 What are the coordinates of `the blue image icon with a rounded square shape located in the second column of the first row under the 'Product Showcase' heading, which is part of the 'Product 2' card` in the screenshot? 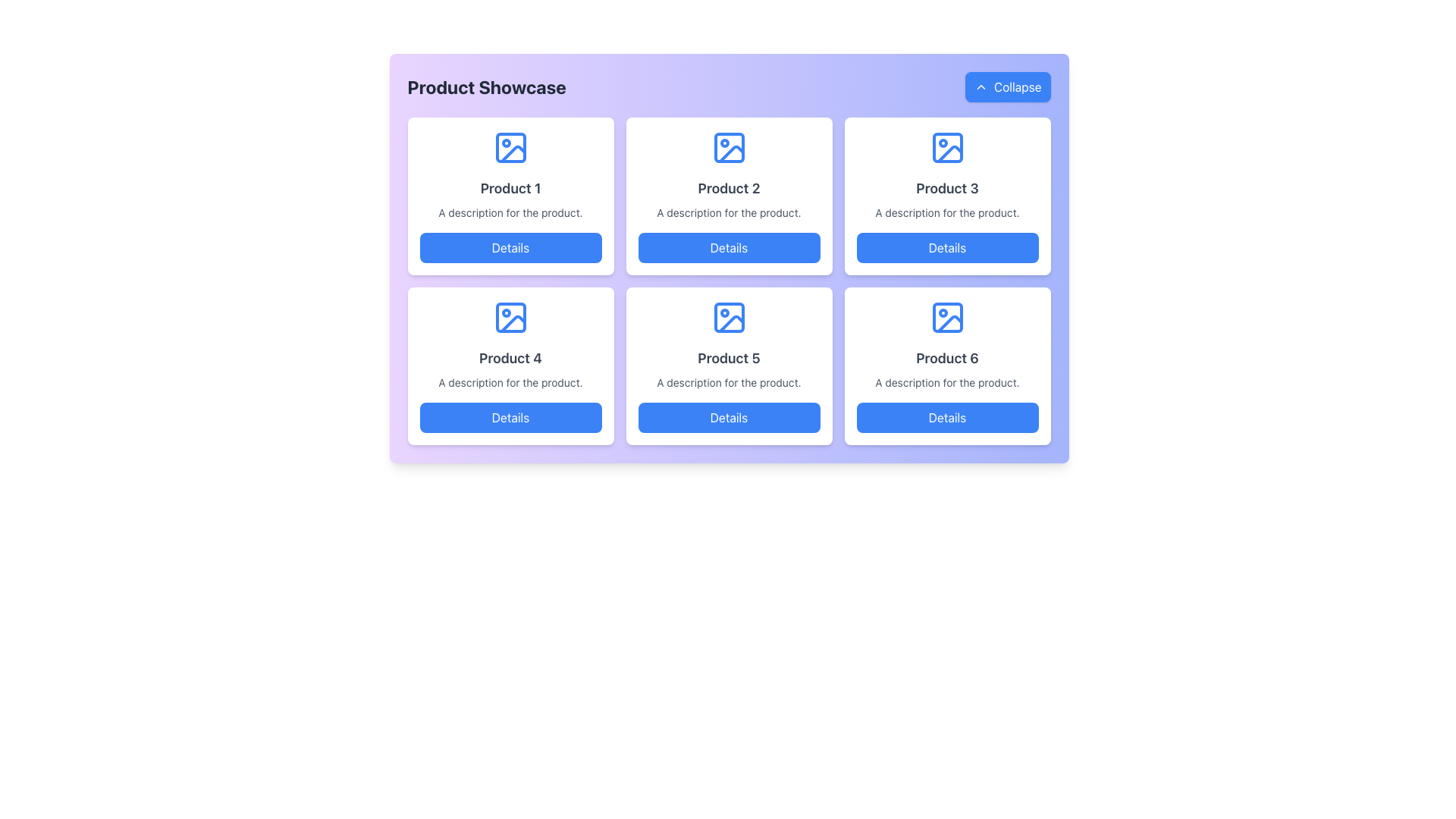 It's located at (729, 148).